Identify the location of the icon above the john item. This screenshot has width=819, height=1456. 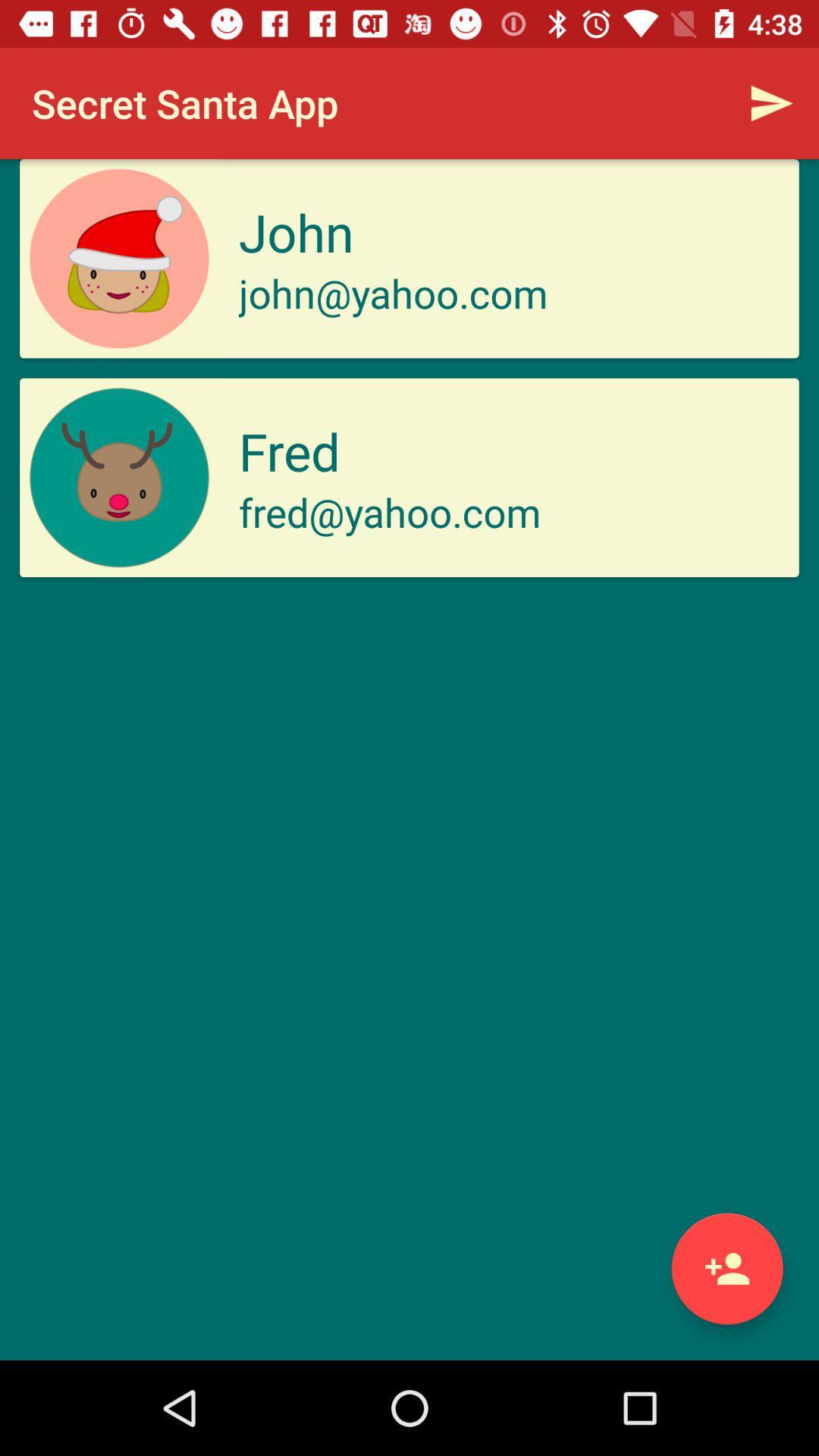
(771, 102).